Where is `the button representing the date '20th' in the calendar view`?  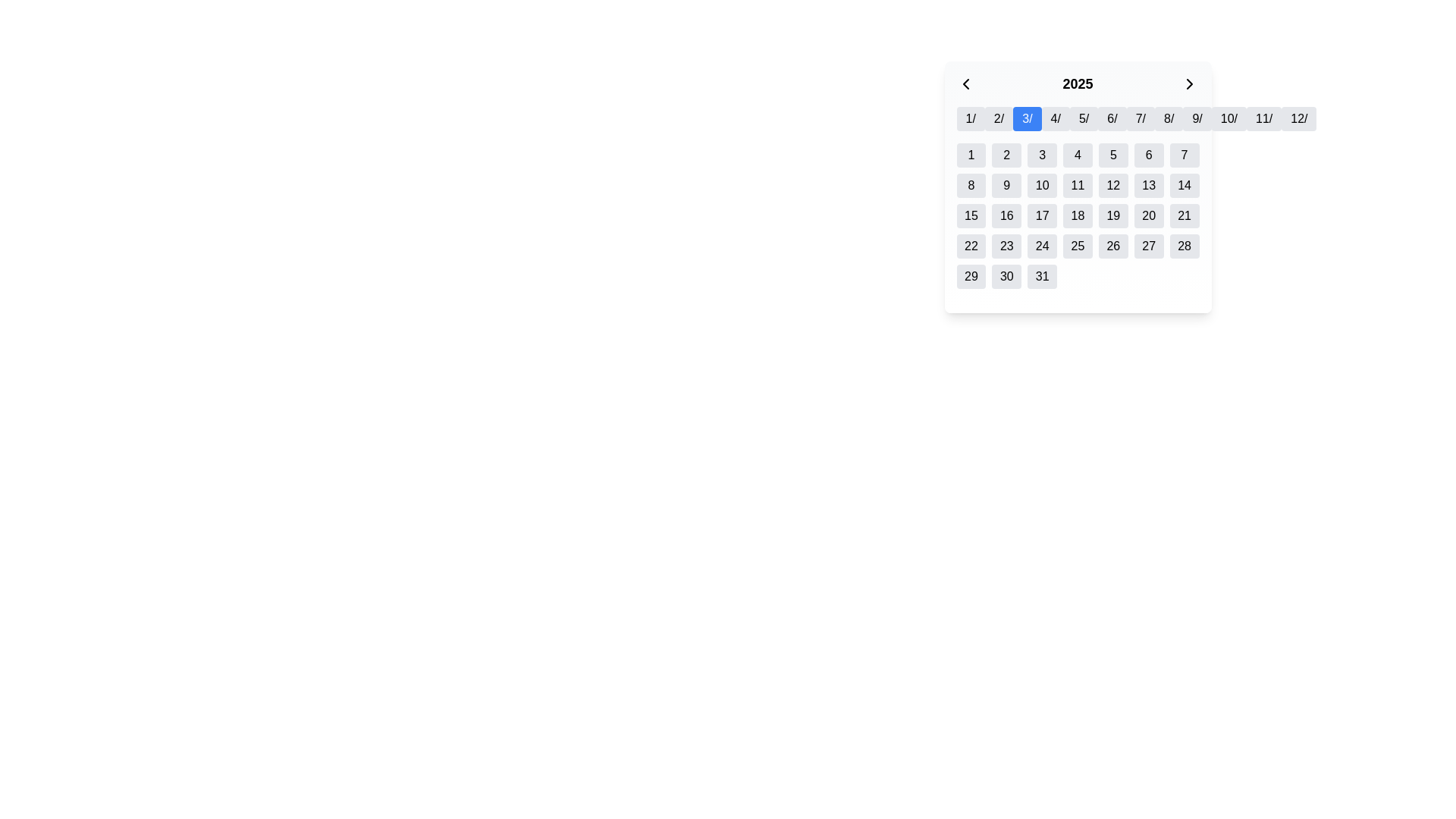 the button representing the date '20th' in the calendar view is located at coordinates (1149, 216).